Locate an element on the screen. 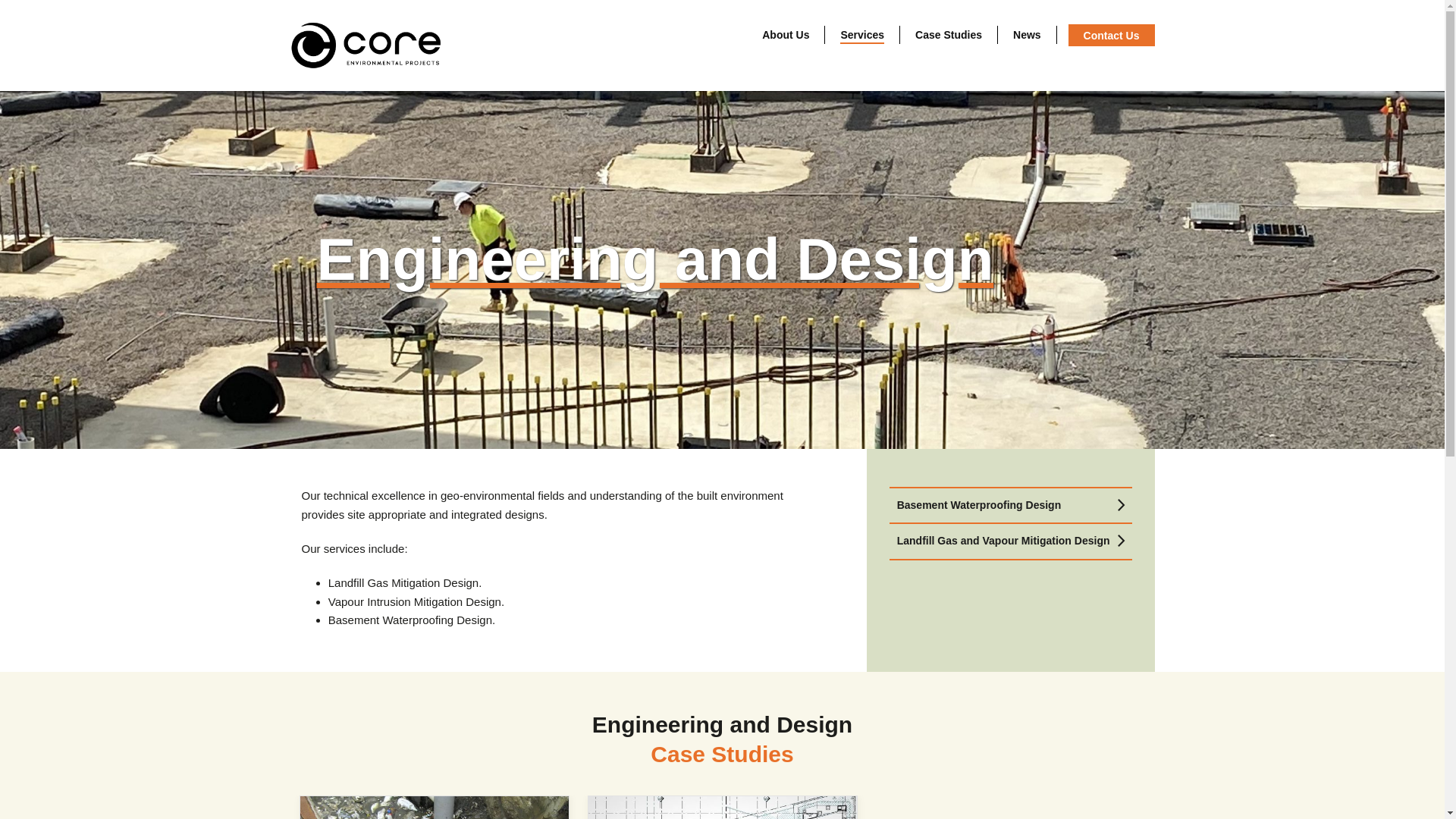 The width and height of the screenshot is (1456, 819). 'News' is located at coordinates (1027, 34).